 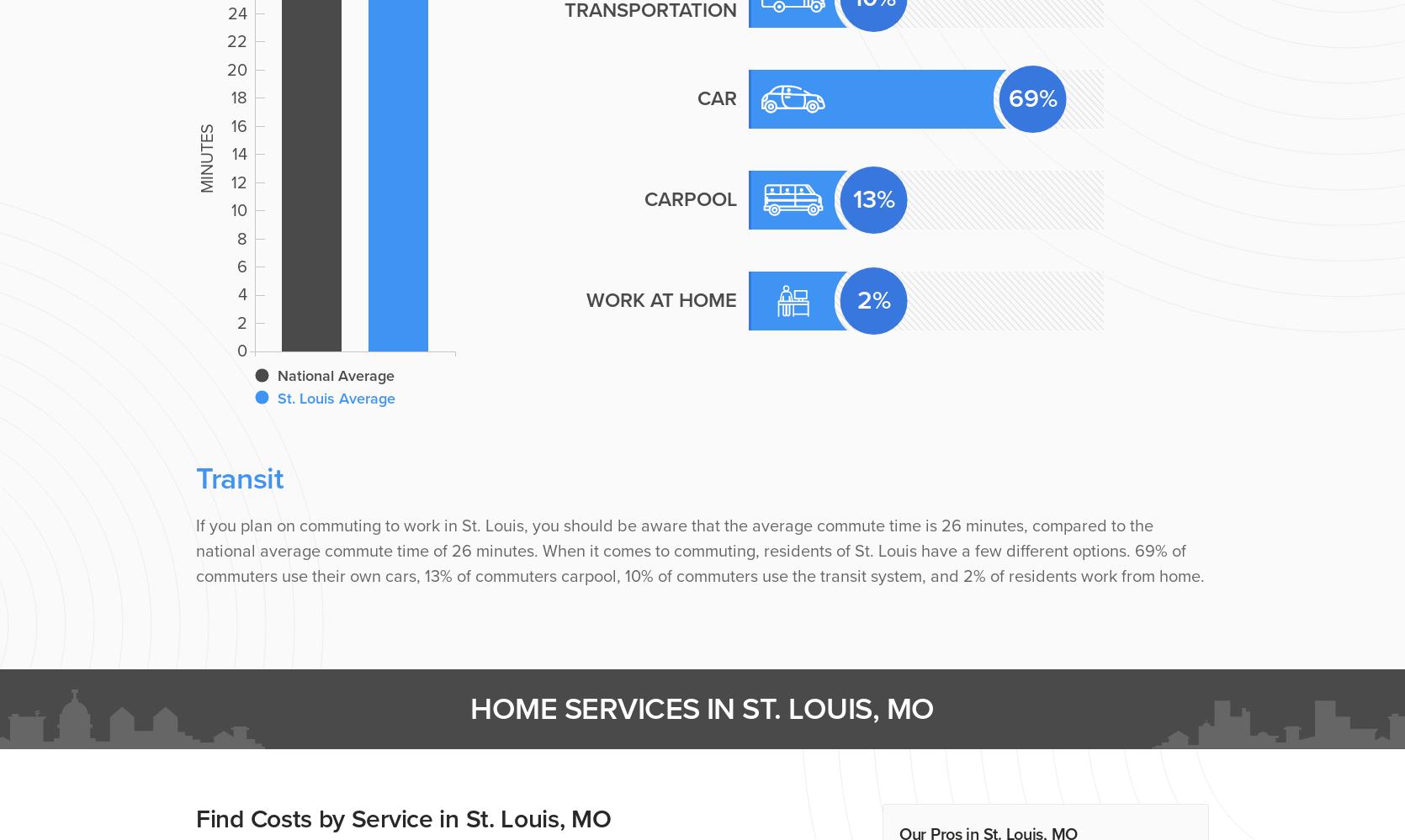 I want to click on 'If you plan on commuting to work in St. Louis, you should be aware that the average commute time is 26 minutes, compared to the national average commute time of 26 minutes. When it comes to commuting, residents of St. Louis have a few different options. 69% of commuters use their own cars, 13% of commuters carpool, 10% of commuters use the transit system, and 2% of residents work from home.', so click(x=699, y=550).